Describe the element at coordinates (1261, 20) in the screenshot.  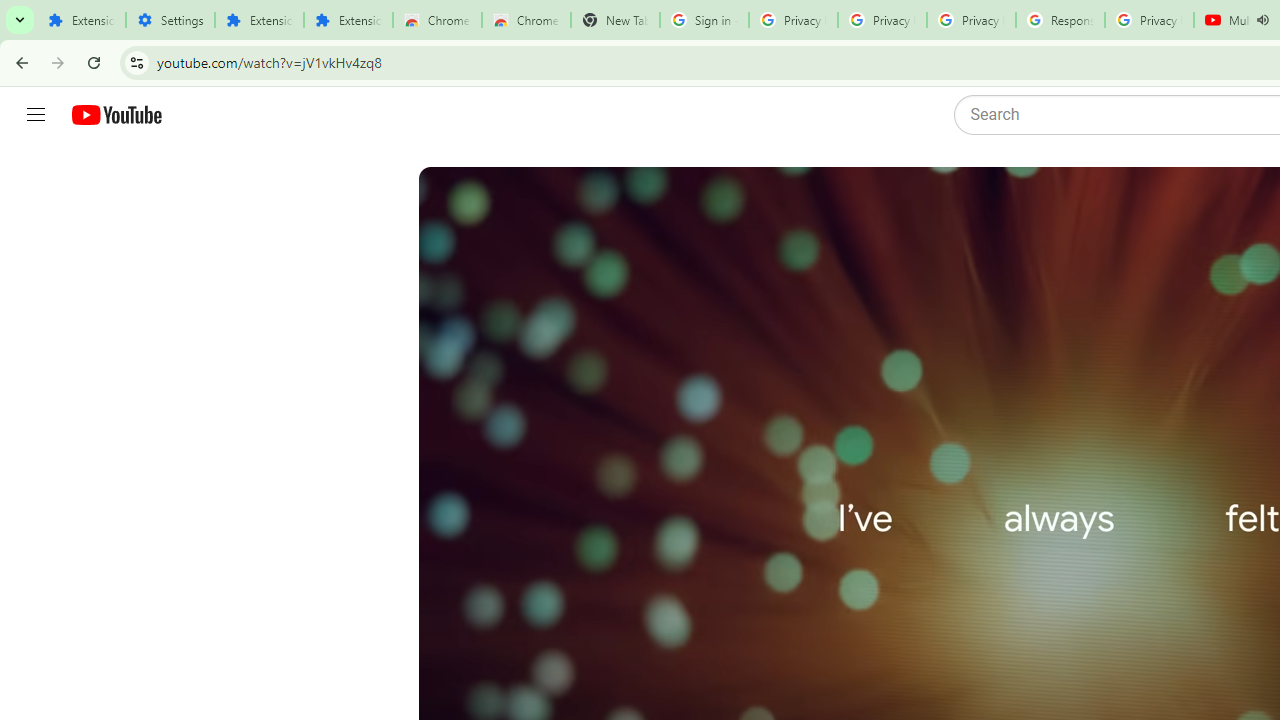
I see `'Mute tab'` at that location.